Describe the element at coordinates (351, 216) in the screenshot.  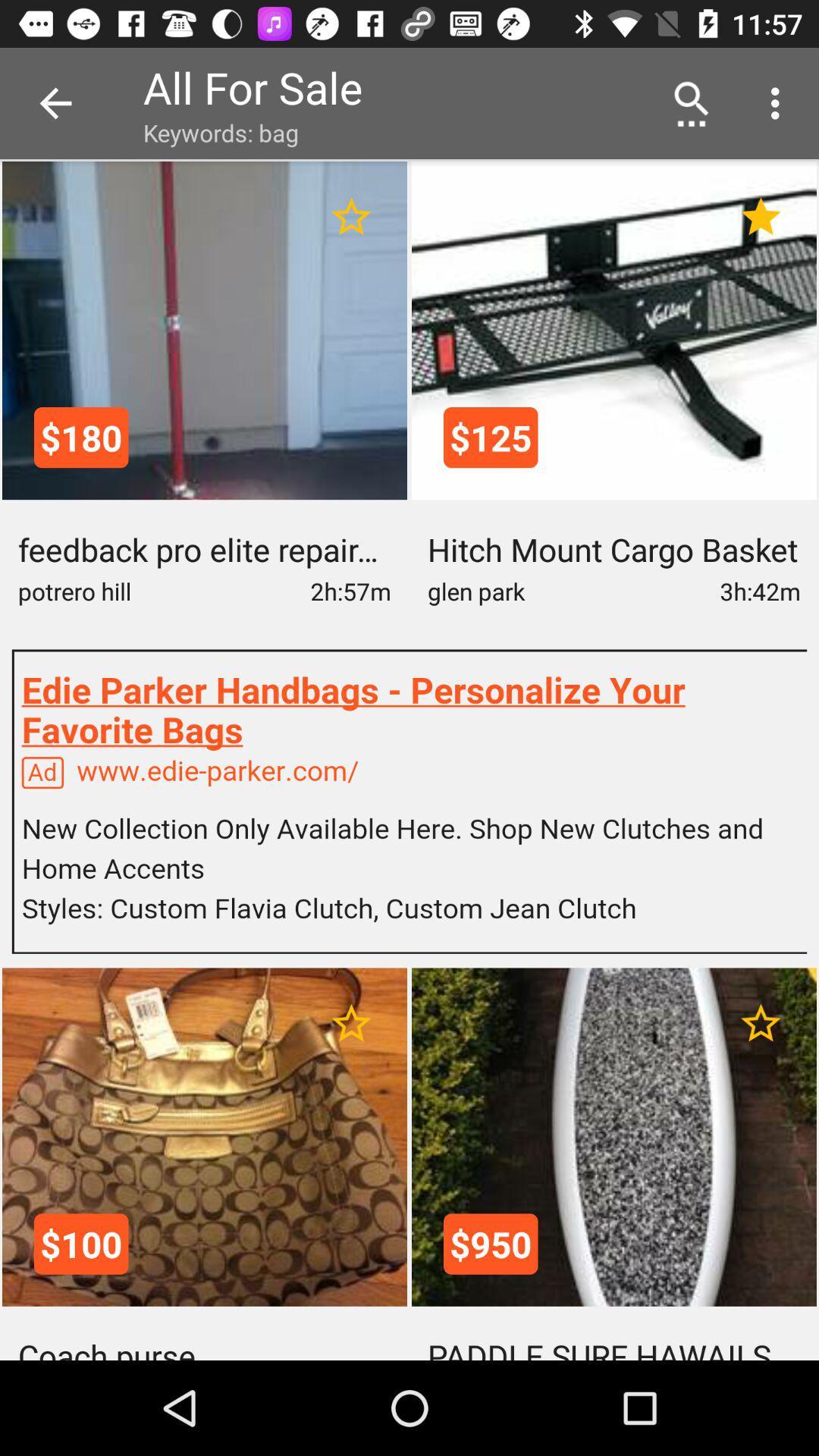
I see `favourite` at that location.